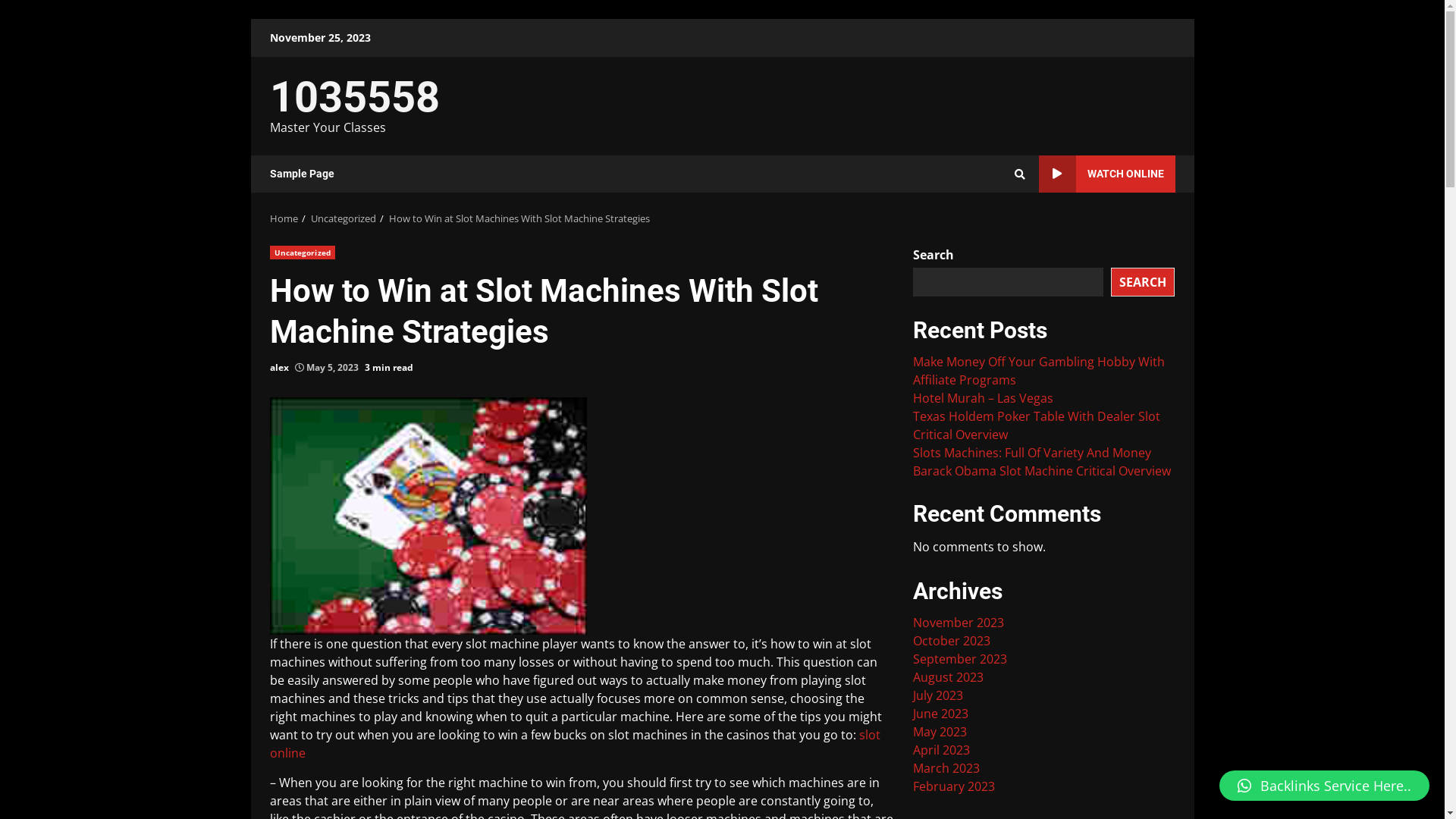 The height and width of the screenshot is (819, 1456). What do you see at coordinates (957, 623) in the screenshot?
I see `'November 2023'` at bounding box center [957, 623].